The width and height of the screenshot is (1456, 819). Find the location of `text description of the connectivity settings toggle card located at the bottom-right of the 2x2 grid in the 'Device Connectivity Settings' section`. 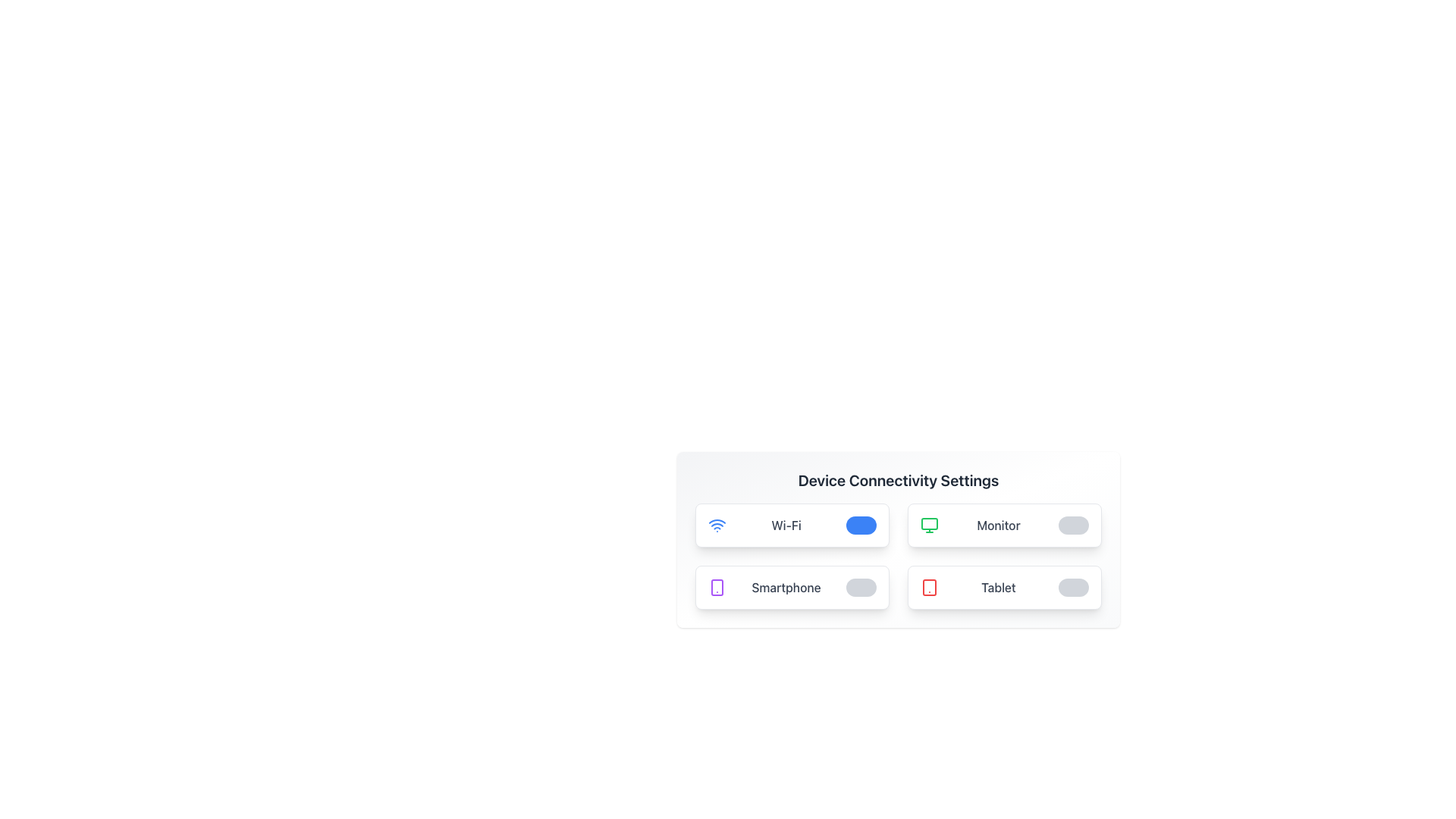

text description of the connectivity settings toggle card located at the bottom-right of the 2x2 grid in the 'Device Connectivity Settings' section is located at coordinates (1004, 587).